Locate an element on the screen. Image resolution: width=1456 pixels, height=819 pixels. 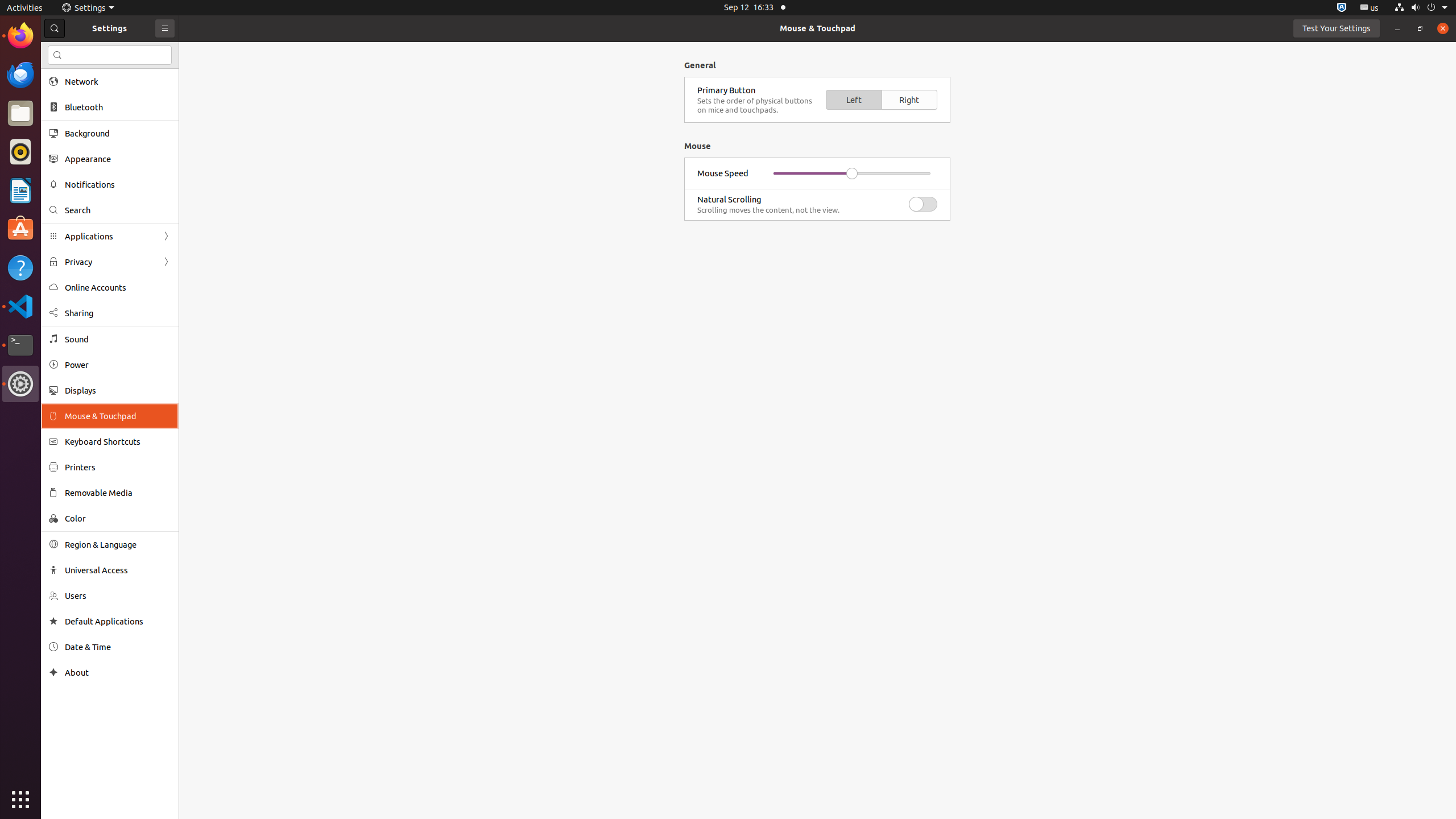
'Primary Menu' is located at coordinates (164, 28).